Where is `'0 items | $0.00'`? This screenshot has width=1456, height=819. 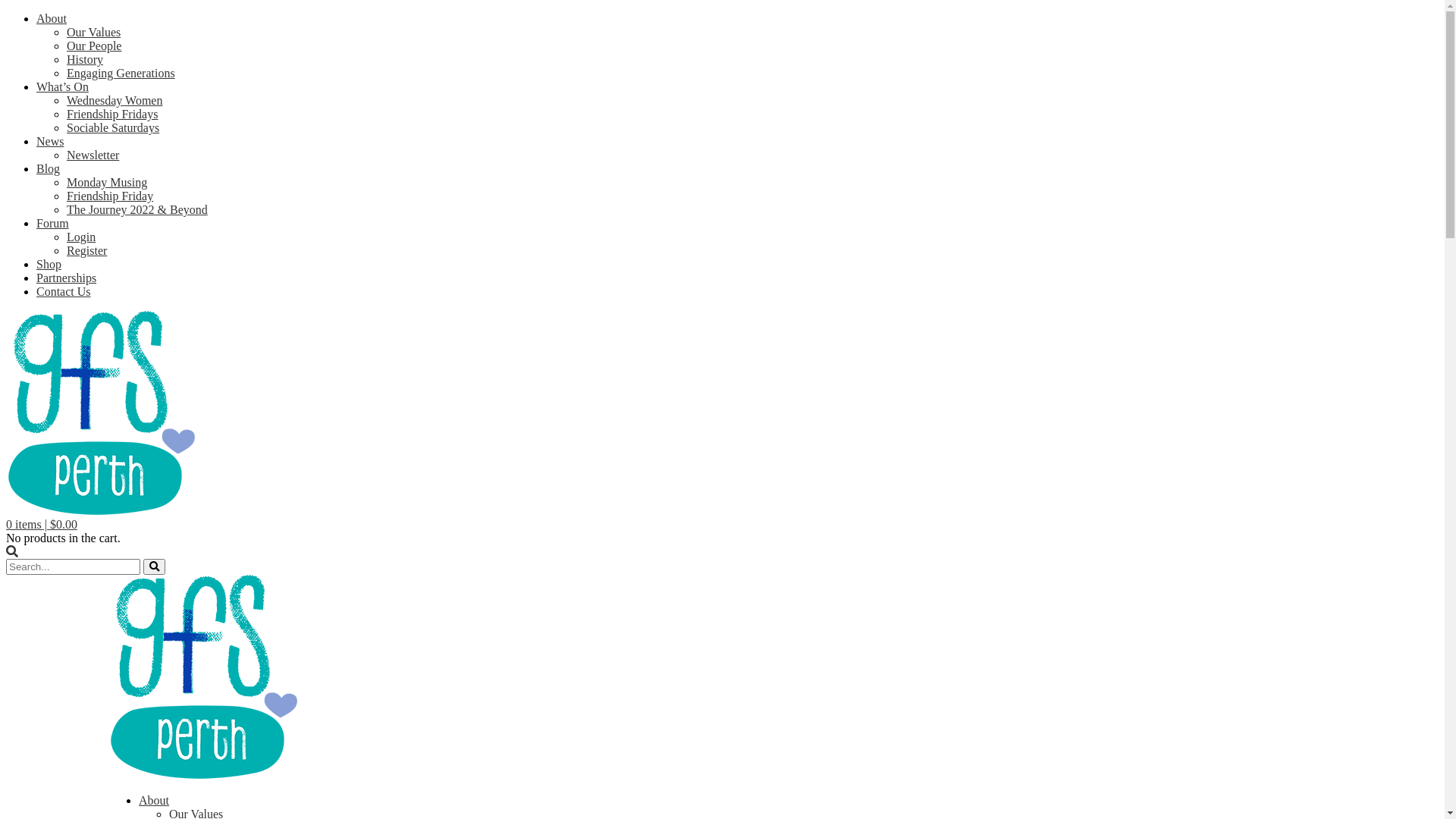 '0 items | $0.00' is located at coordinates (41, 523).